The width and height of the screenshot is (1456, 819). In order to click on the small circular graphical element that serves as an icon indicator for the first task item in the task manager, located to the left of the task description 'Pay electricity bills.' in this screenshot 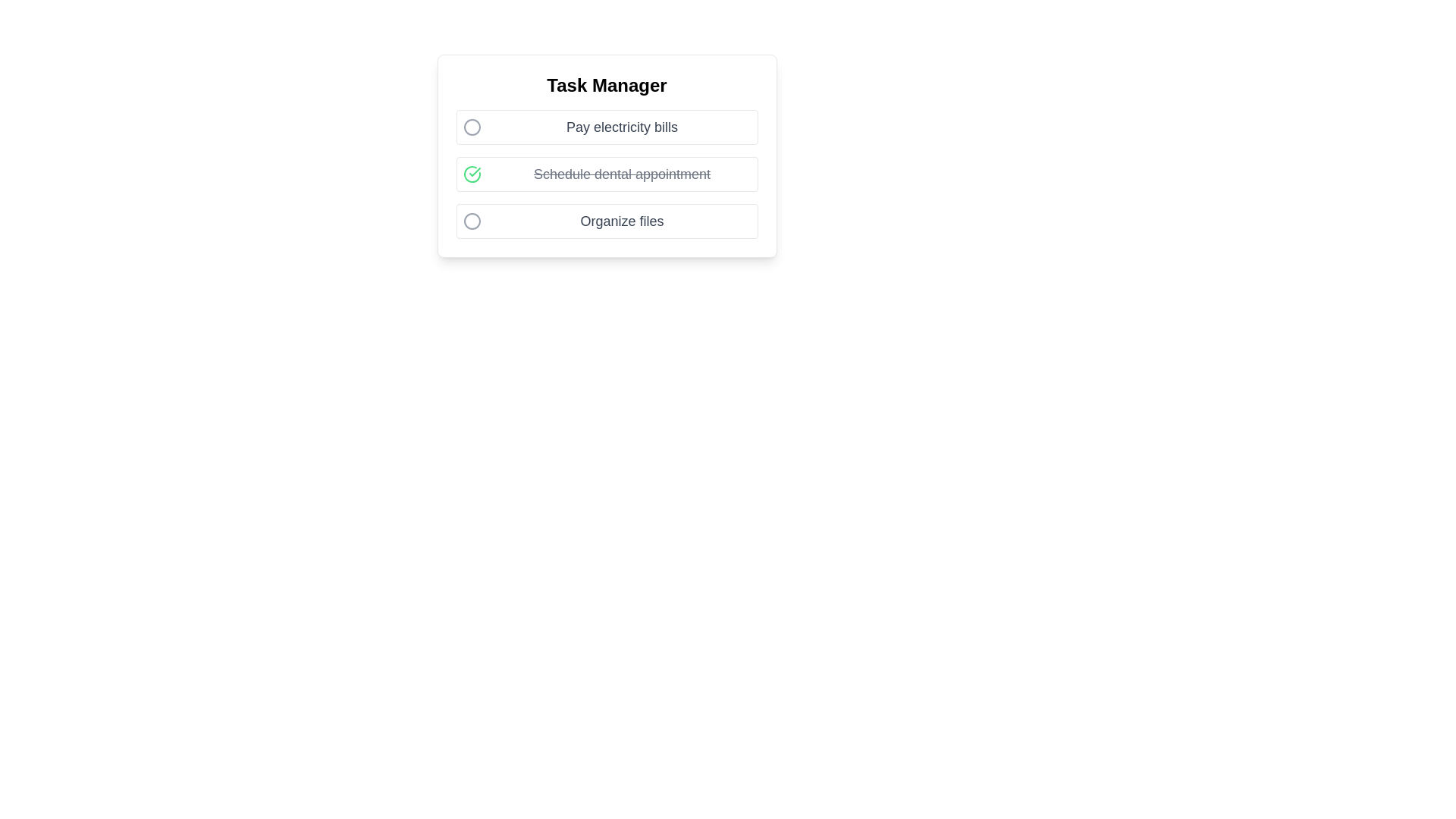, I will do `click(471, 127)`.